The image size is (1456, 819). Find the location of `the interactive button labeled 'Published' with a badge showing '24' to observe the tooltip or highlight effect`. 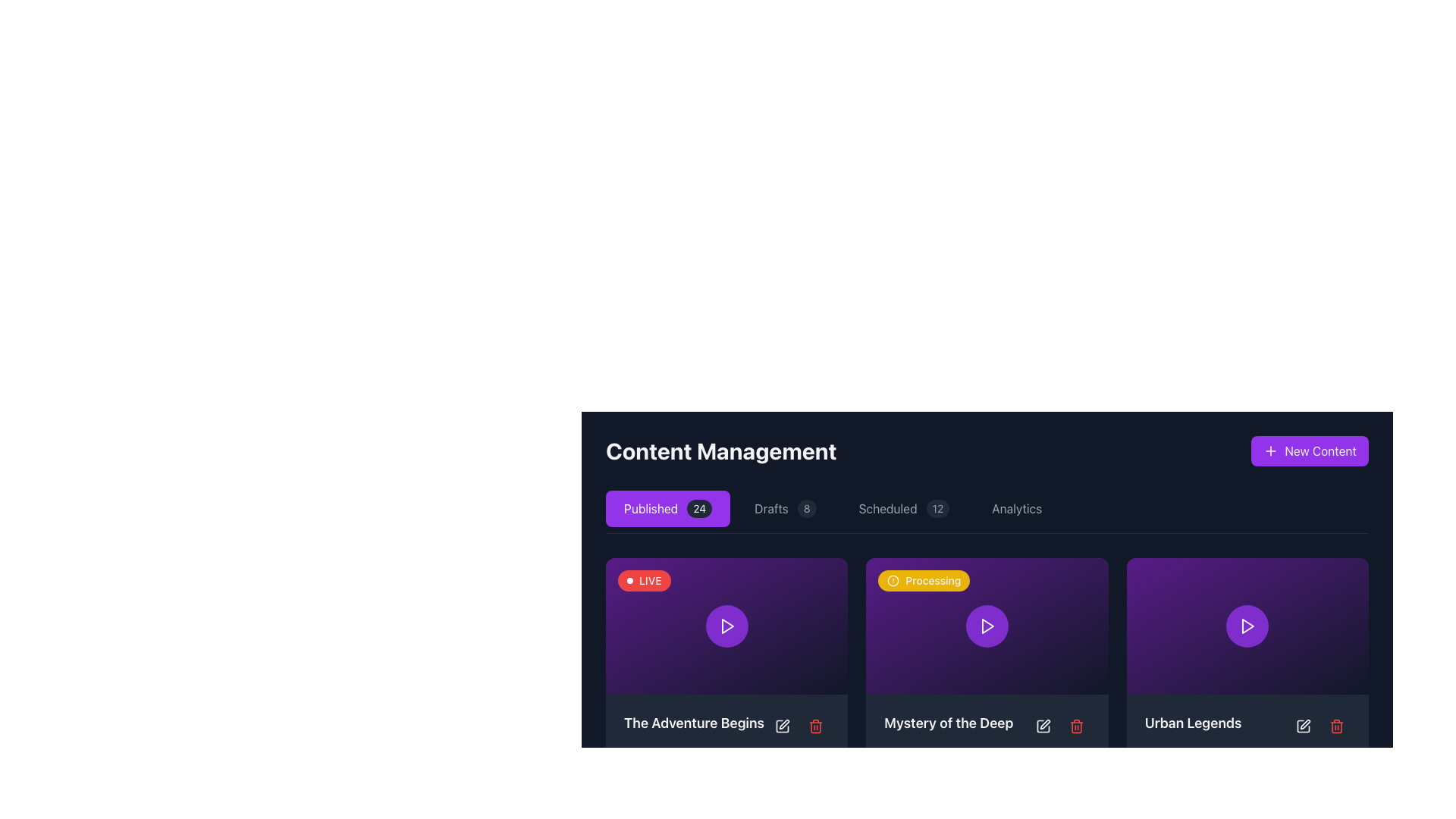

the interactive button labeled 'Published' with a badge showing '24' to observe the tooltip or highlight effect is located at coordinates (667, 509).